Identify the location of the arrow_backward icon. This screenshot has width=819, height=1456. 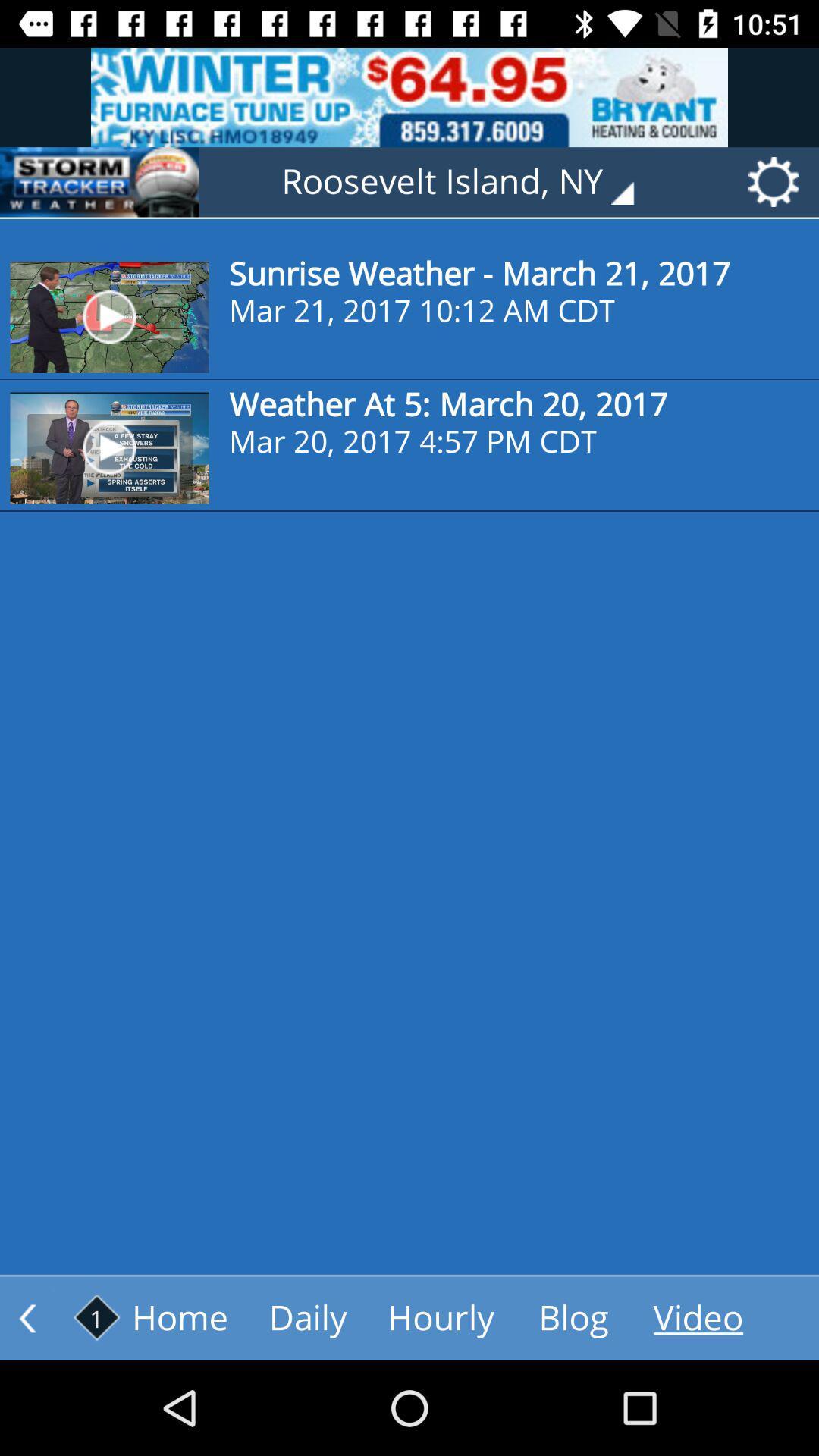
(27, 1317).